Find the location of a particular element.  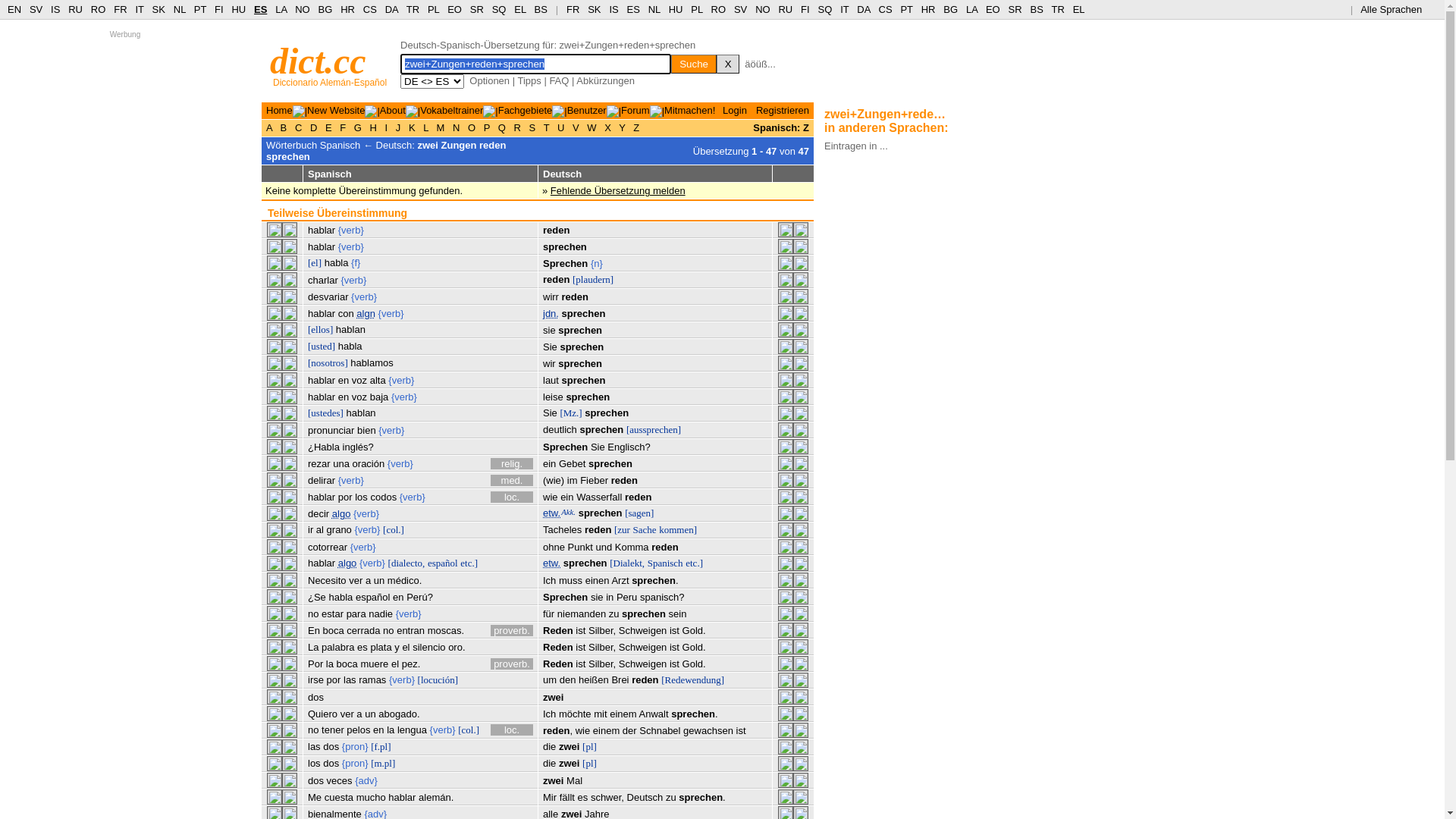

'[ellos]' is located at coordinates (319, 328).